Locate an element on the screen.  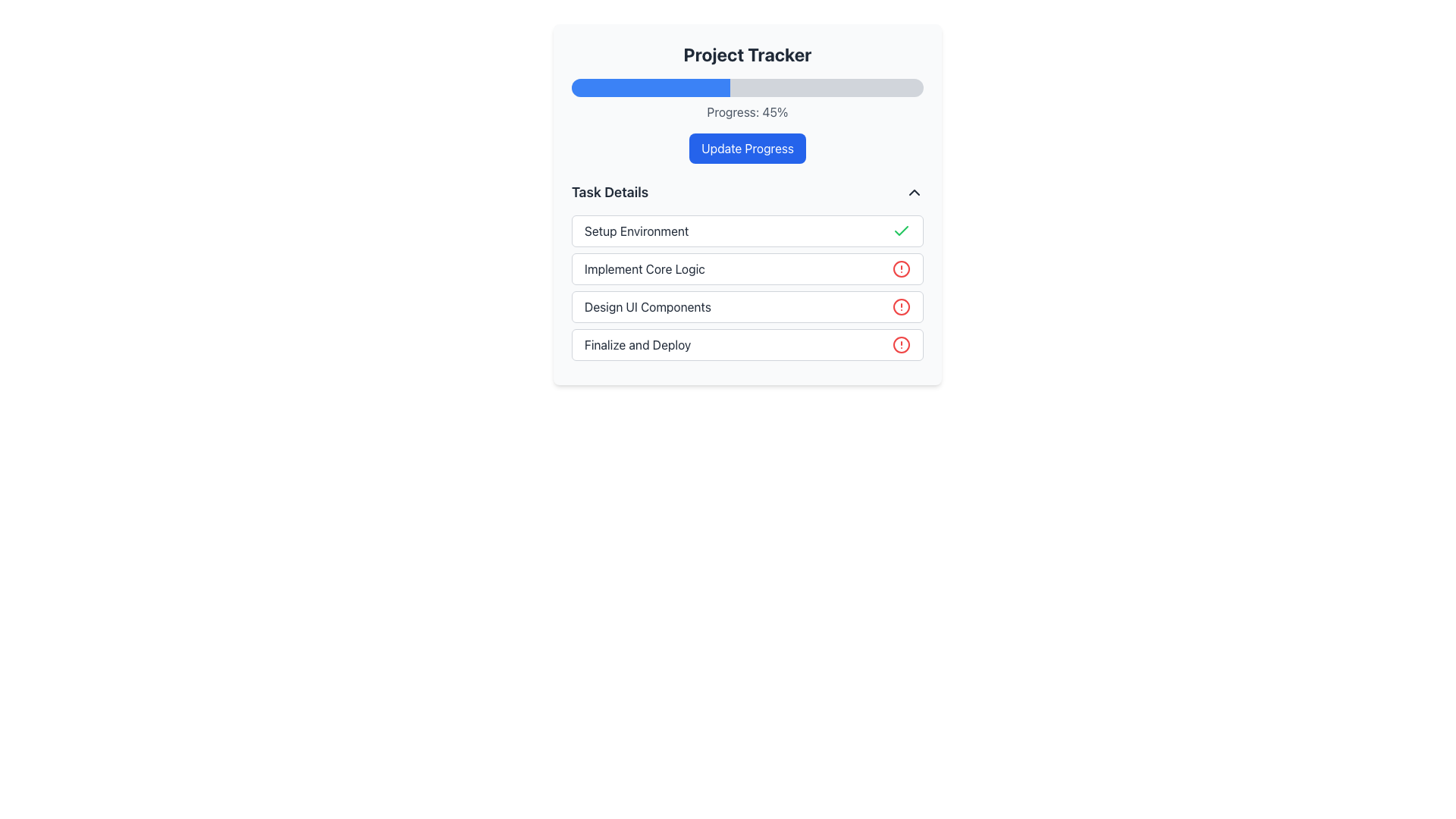
the list item containing the text 'Finalize and Deploy' with a red alert icon is located at coordinates (747, 345).